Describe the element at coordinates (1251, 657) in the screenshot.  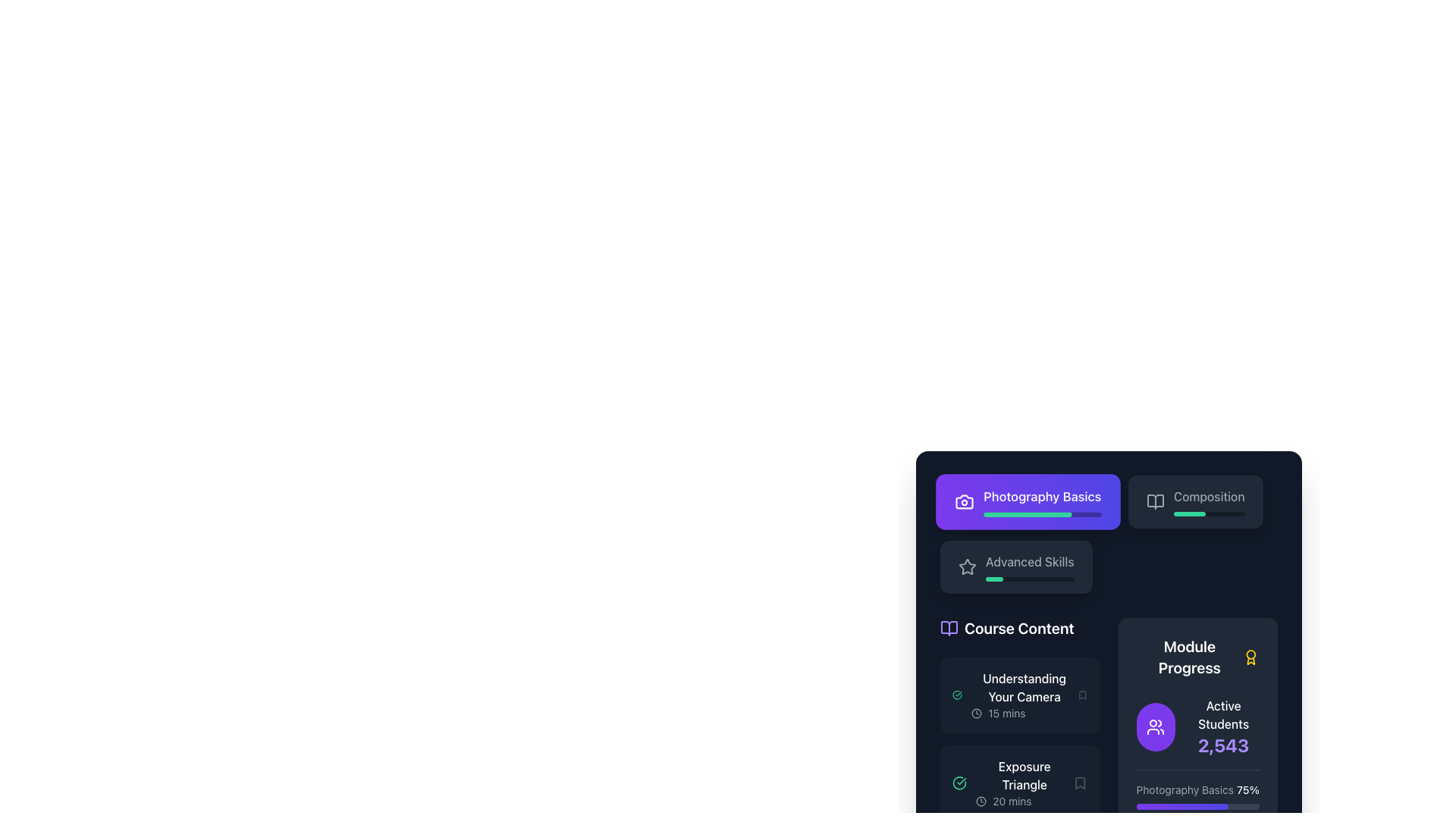
I see `the award icon representing module progress, located to the right of the 'Module Progress' title text` at that location.